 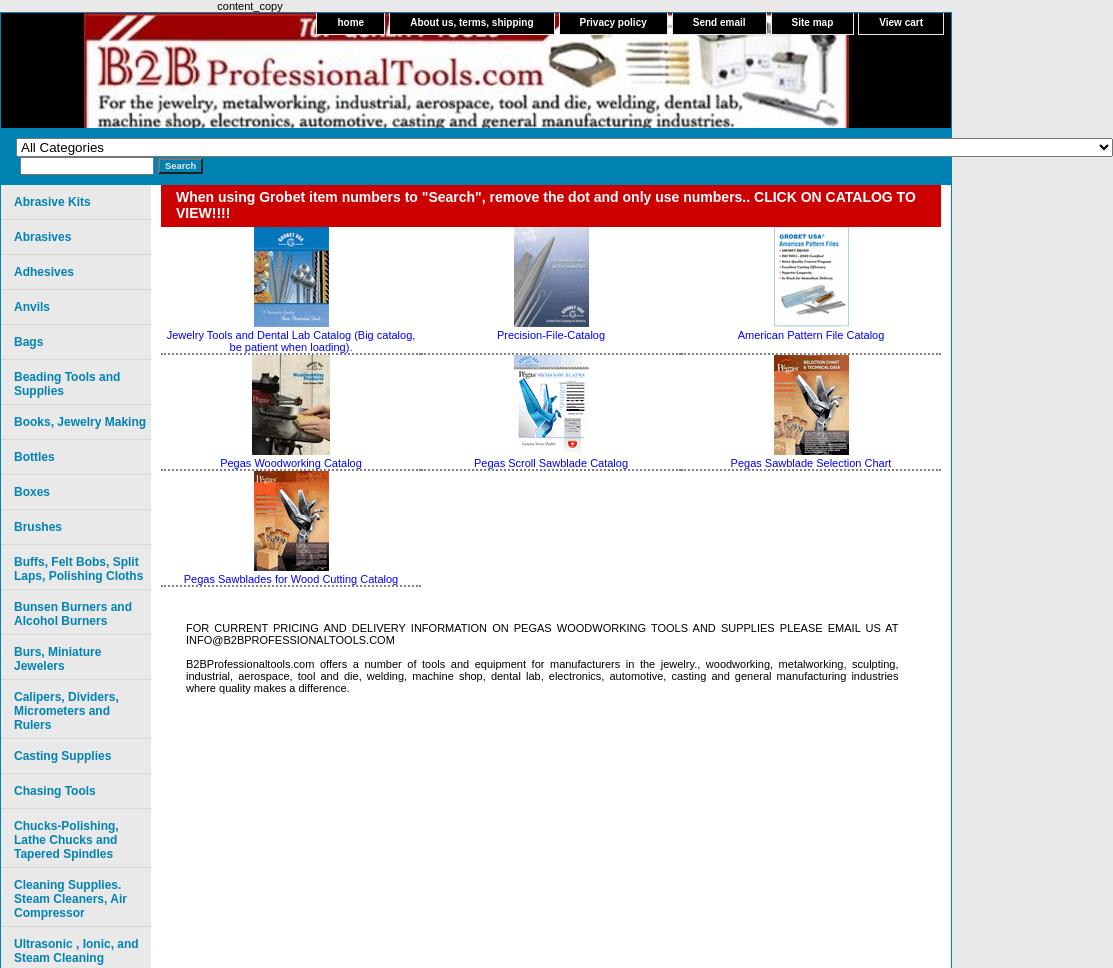 I want to click on 'Buffs, Felt Bobs, Split Laps, Polishing Cloths', so click(x=78, y=568).